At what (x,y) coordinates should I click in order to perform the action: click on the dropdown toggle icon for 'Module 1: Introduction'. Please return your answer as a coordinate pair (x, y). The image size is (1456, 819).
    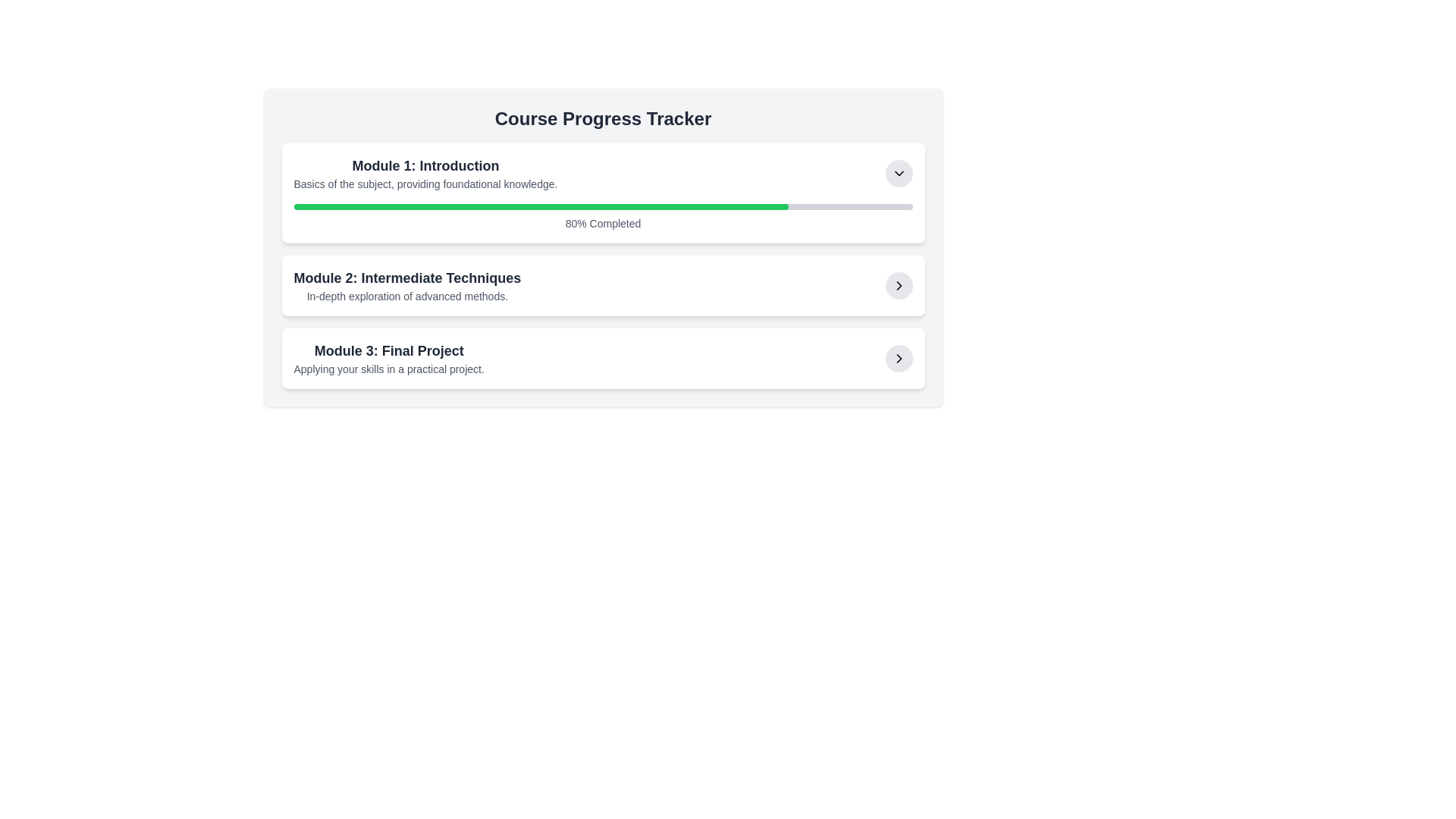
    Looking at the image, I should click on (899, 172).